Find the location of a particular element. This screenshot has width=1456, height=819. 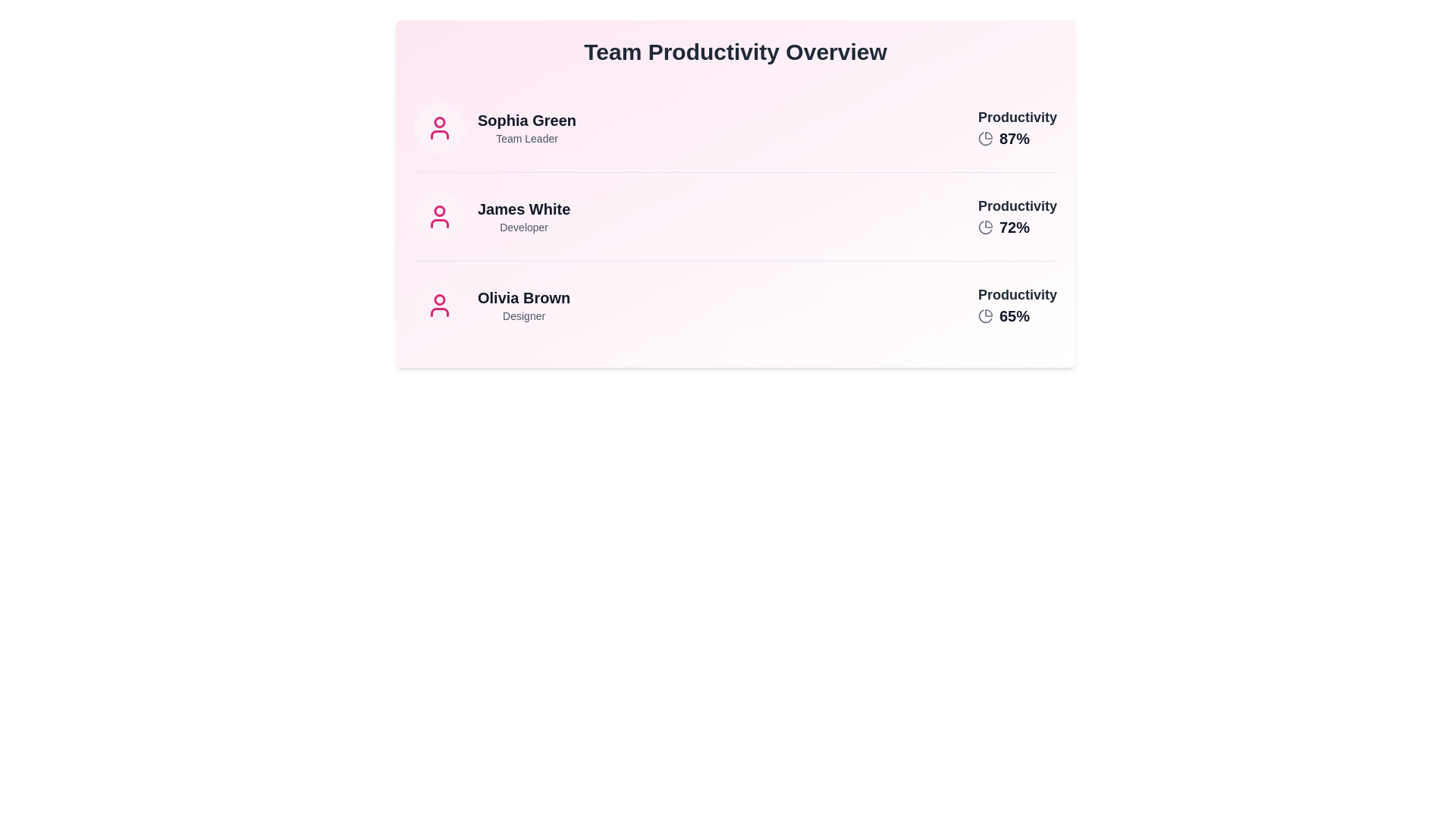

the 'Developer' text label, which is styled in a small gray font and positioned beneath 'James White' in the team productivity overview section is located at coordinates (524, 227).